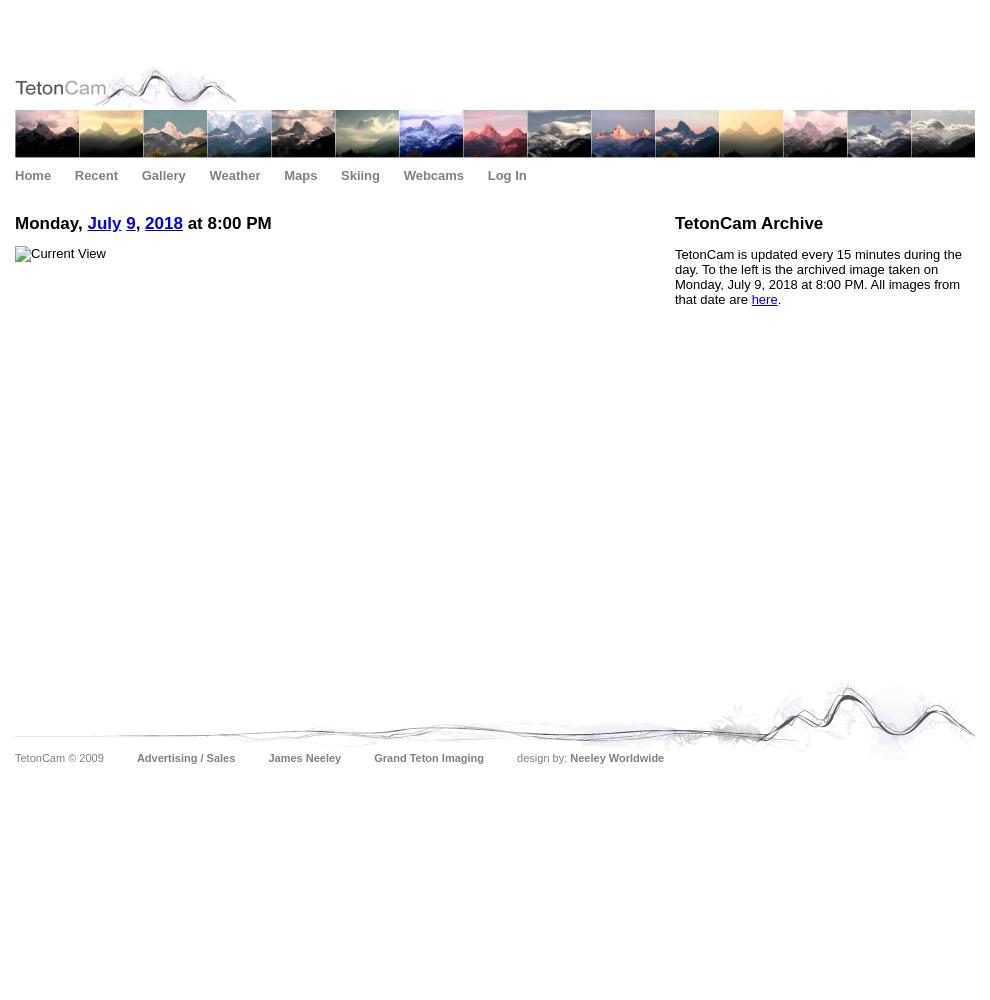 Image resolution: width=990 pixels, height=1000 pixels. What do you see at coordinates (225, 222) in the screenshot?
I see `'at 8:00 PM'` at bounding box center [225, 222].